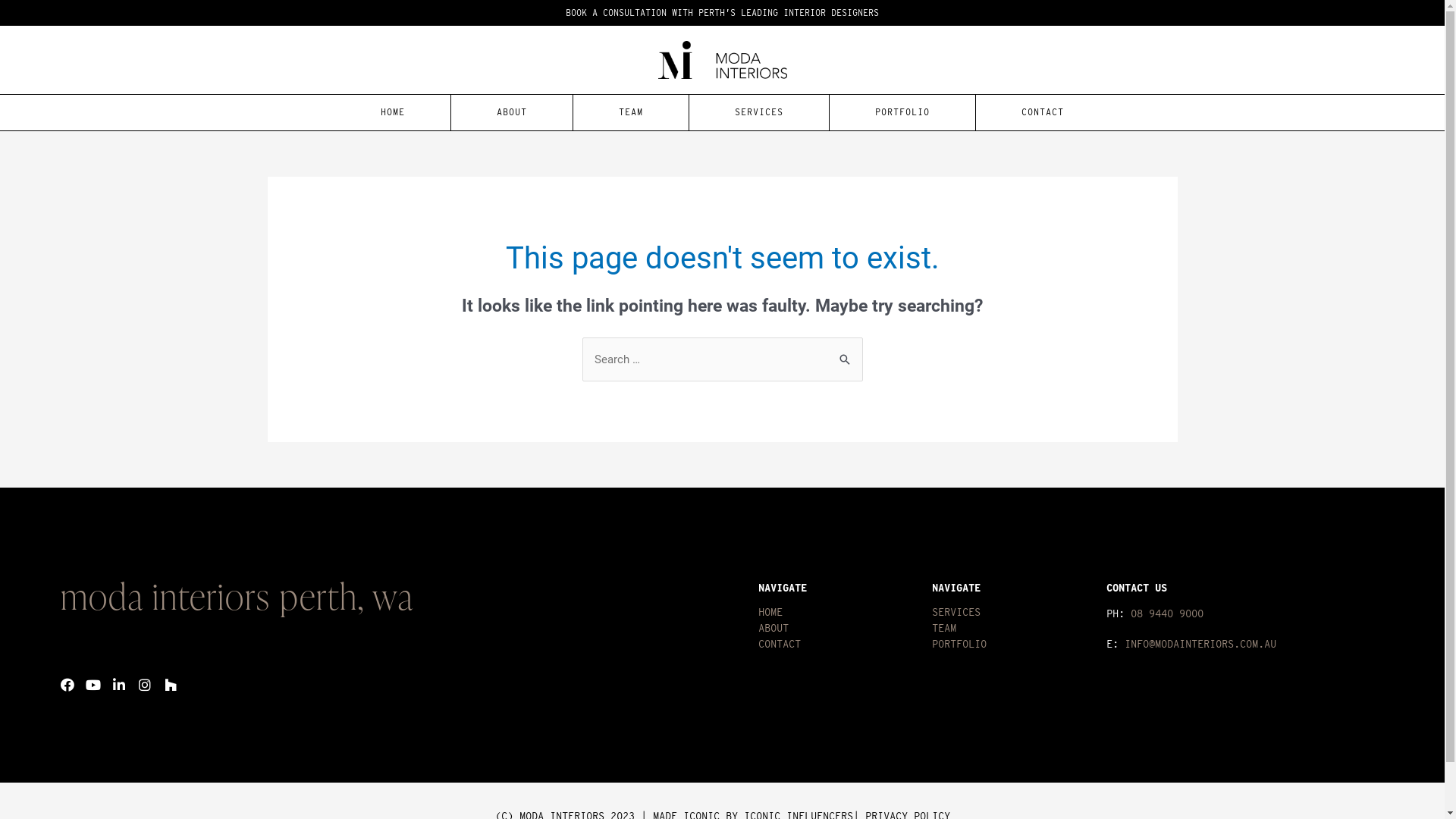 The width and height of the screenshot is (1456, 819). I want to click on '08 9440 9000', so click(1131, 613).